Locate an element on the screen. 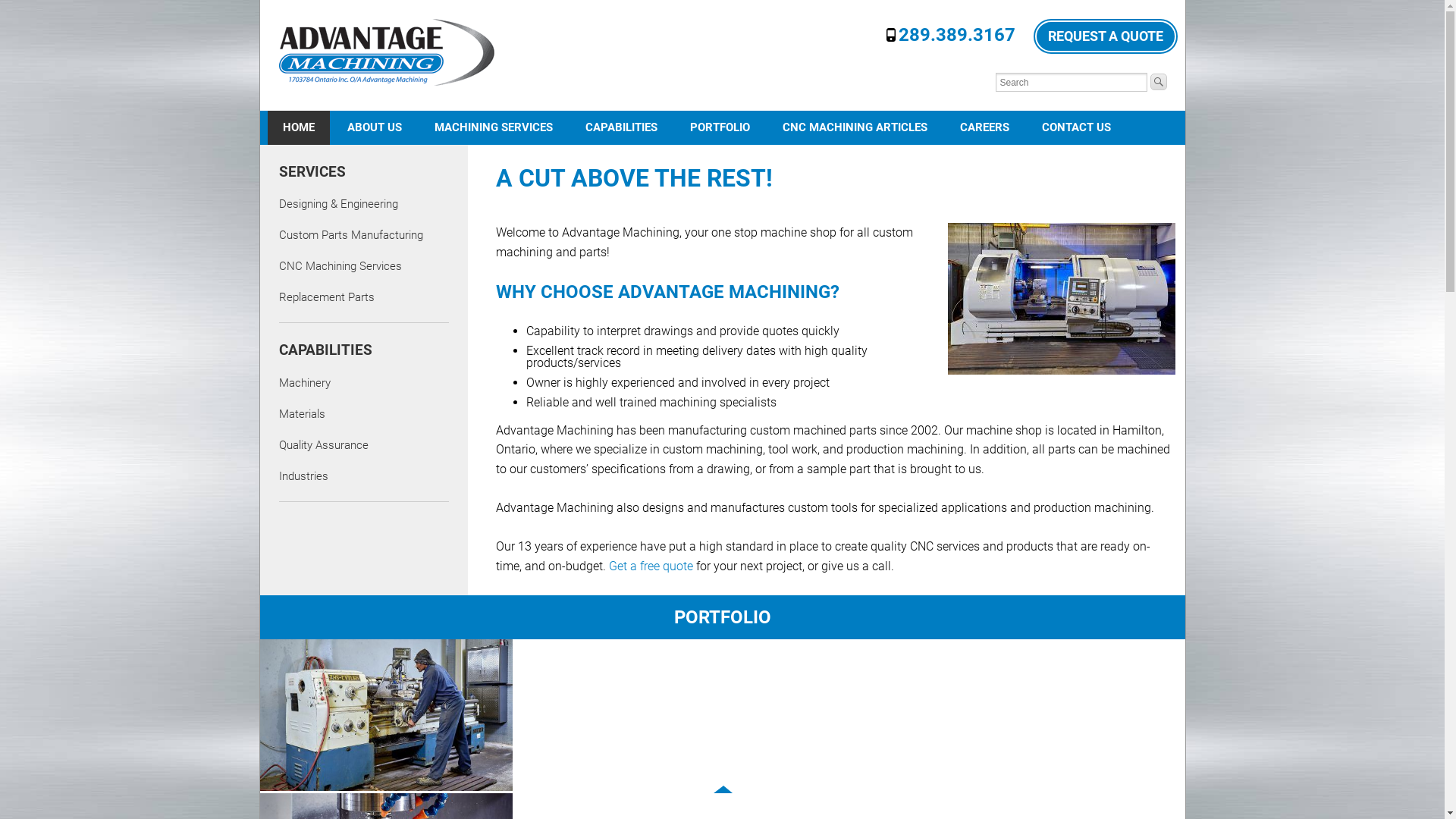 This screenshot has width=1456, height=819. 'Materials' is located at coordinates (302, 414).